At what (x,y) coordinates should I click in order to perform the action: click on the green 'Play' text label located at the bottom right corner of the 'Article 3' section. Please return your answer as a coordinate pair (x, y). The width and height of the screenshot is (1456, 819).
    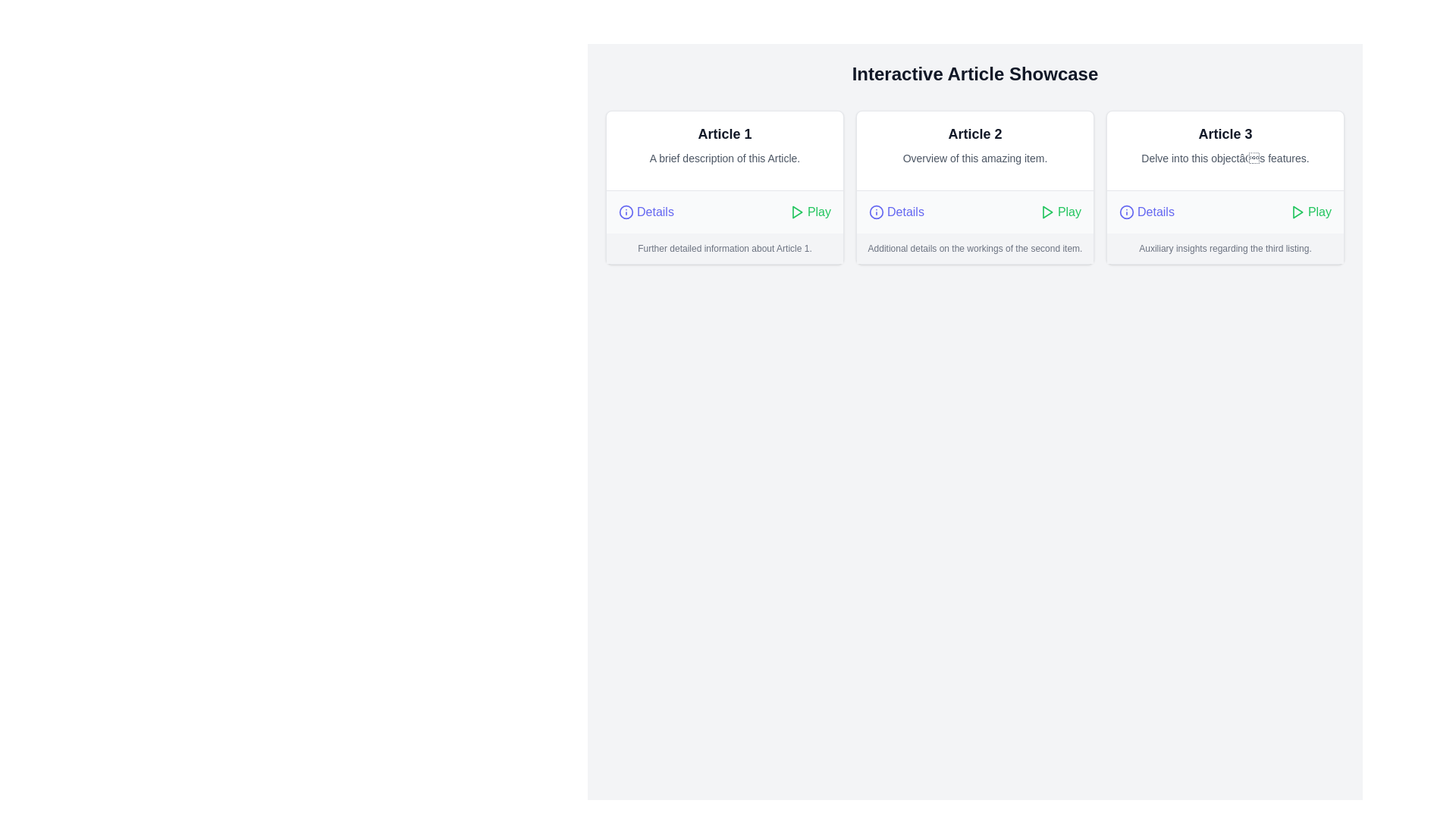
    Looking at the image, I should click on (1319, 212).